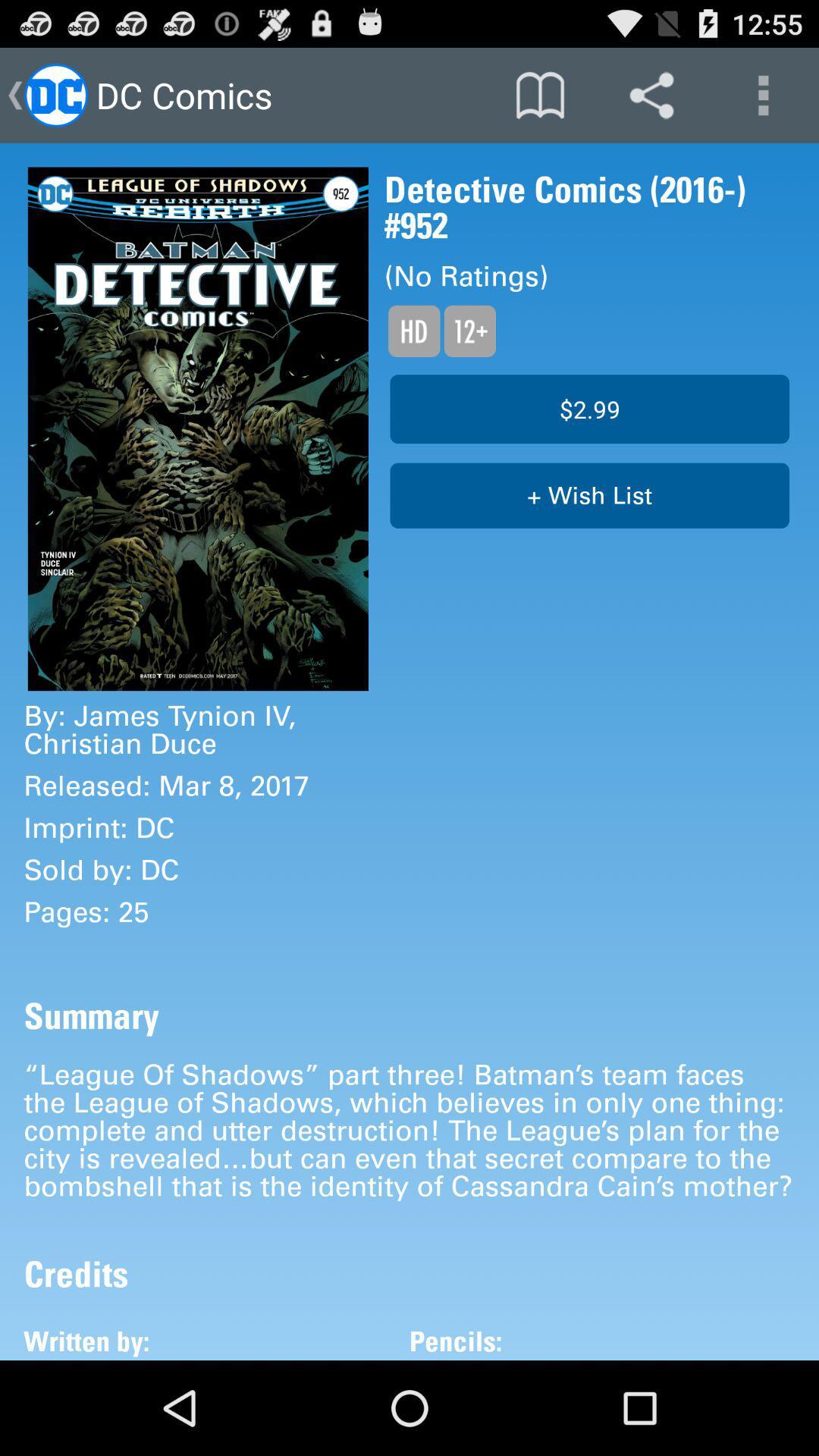  Describe the element at coordinates (197, 428) in the screenshot. I see `the icon next to the detective comics 2016 icon` at that location.